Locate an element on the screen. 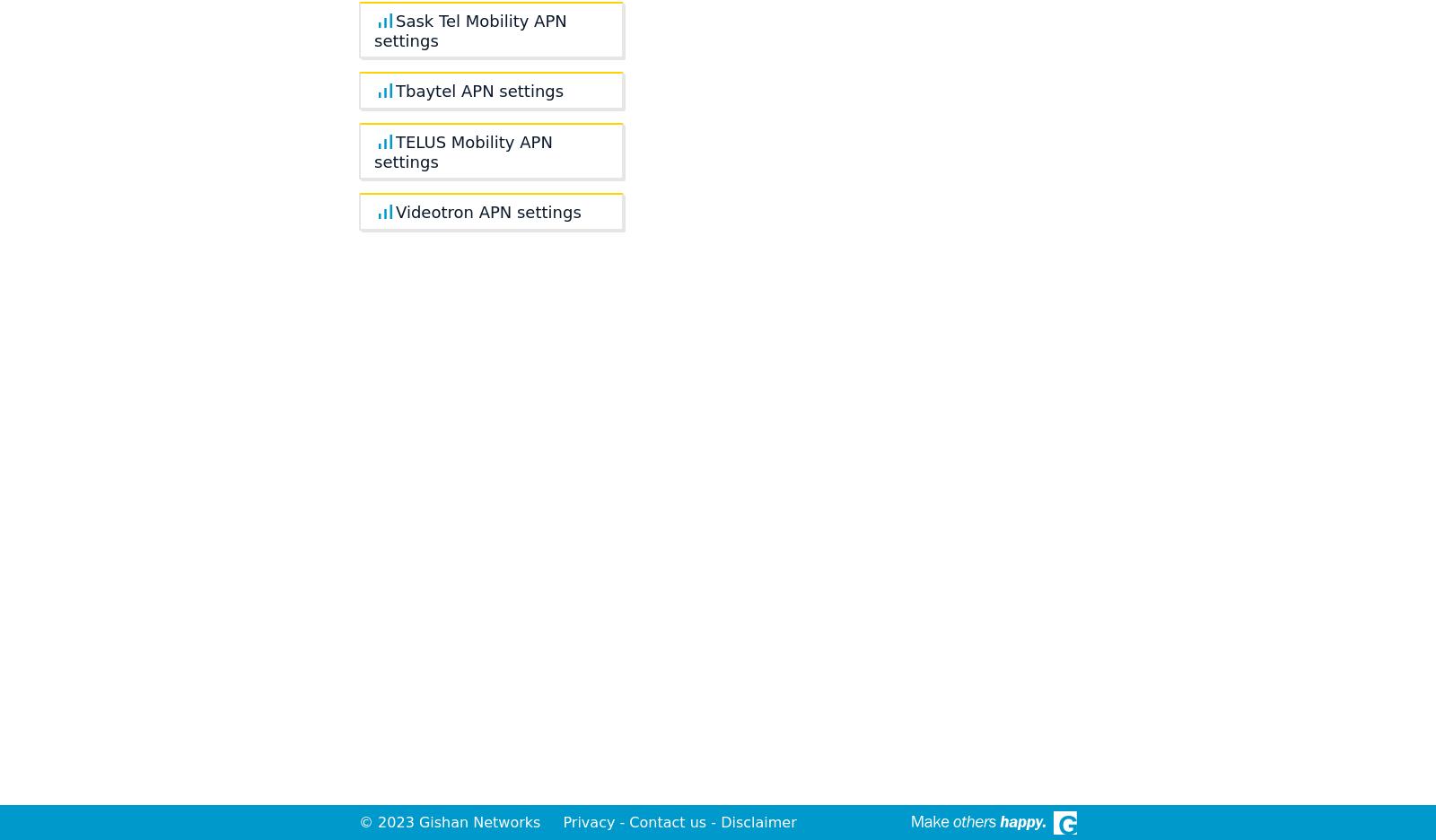 Image resolution: width=1436 pixels, height=840 pixels. '© 2023 Gishan Networks' is located at coordinates (451, 822).